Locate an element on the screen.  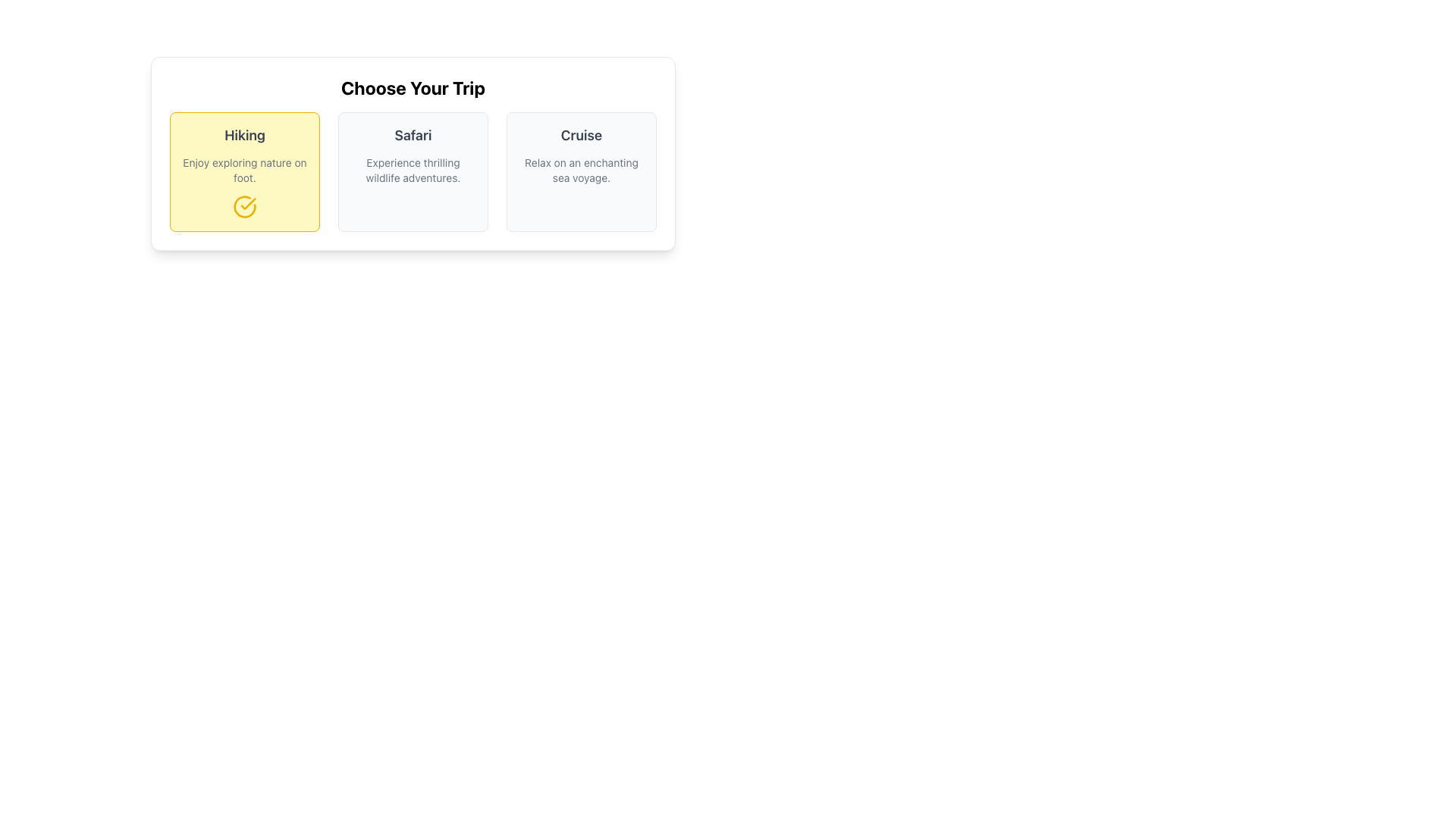
text label displaying 'Relax on an enchanting sea voyage.' located below the title 'Cruise' in the third option card for trip types is located at coordinates (581, 170).